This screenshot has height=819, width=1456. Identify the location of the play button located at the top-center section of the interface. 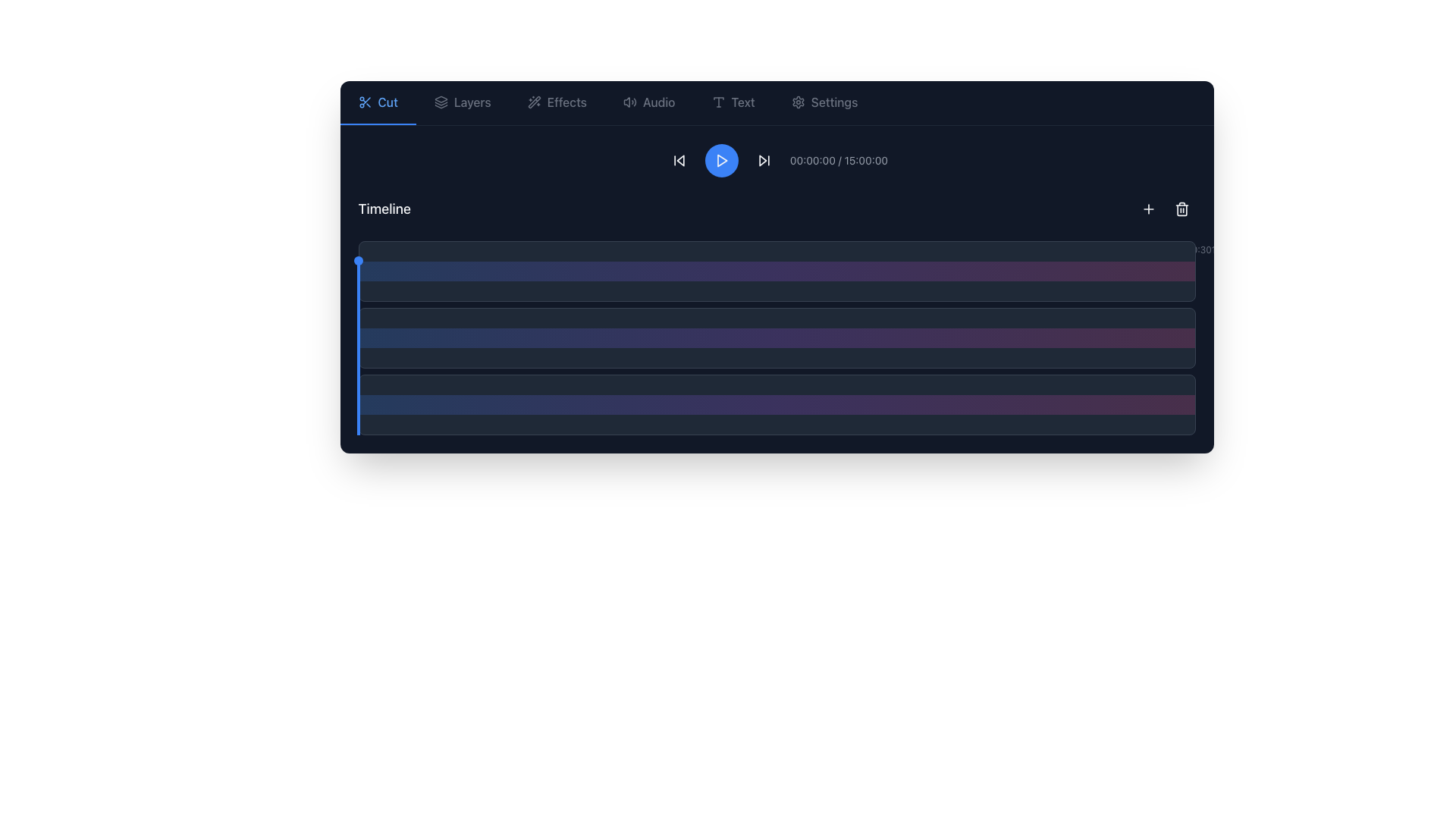
(720, 161).